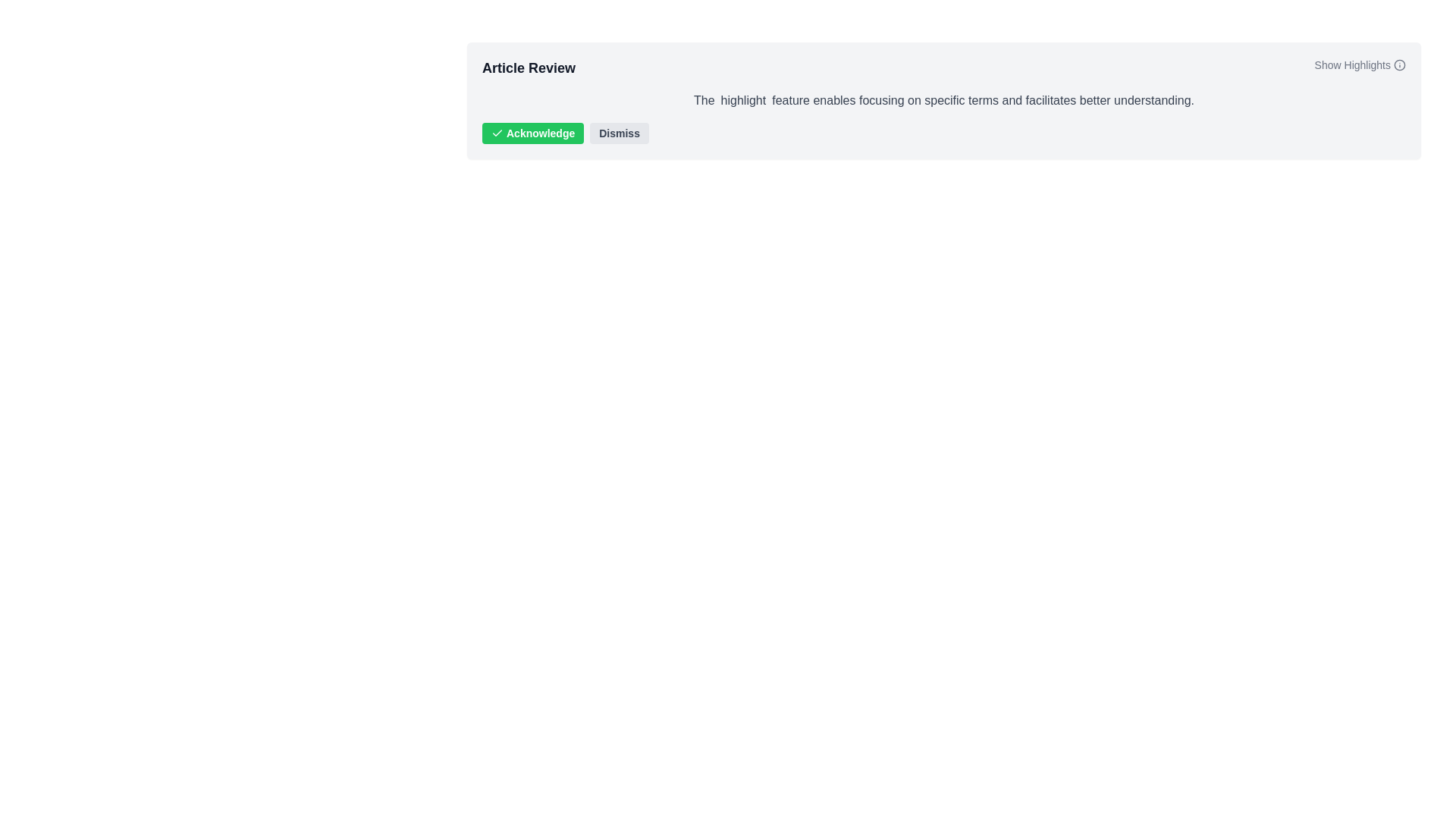 The height and width of the screenshot is (819, 1456). What do you see at coordinates (1360, 64) in the screenshot?
I see `the toggle button located at the far right of the 'Article Review' section header` at bounding box center [1360, 64].